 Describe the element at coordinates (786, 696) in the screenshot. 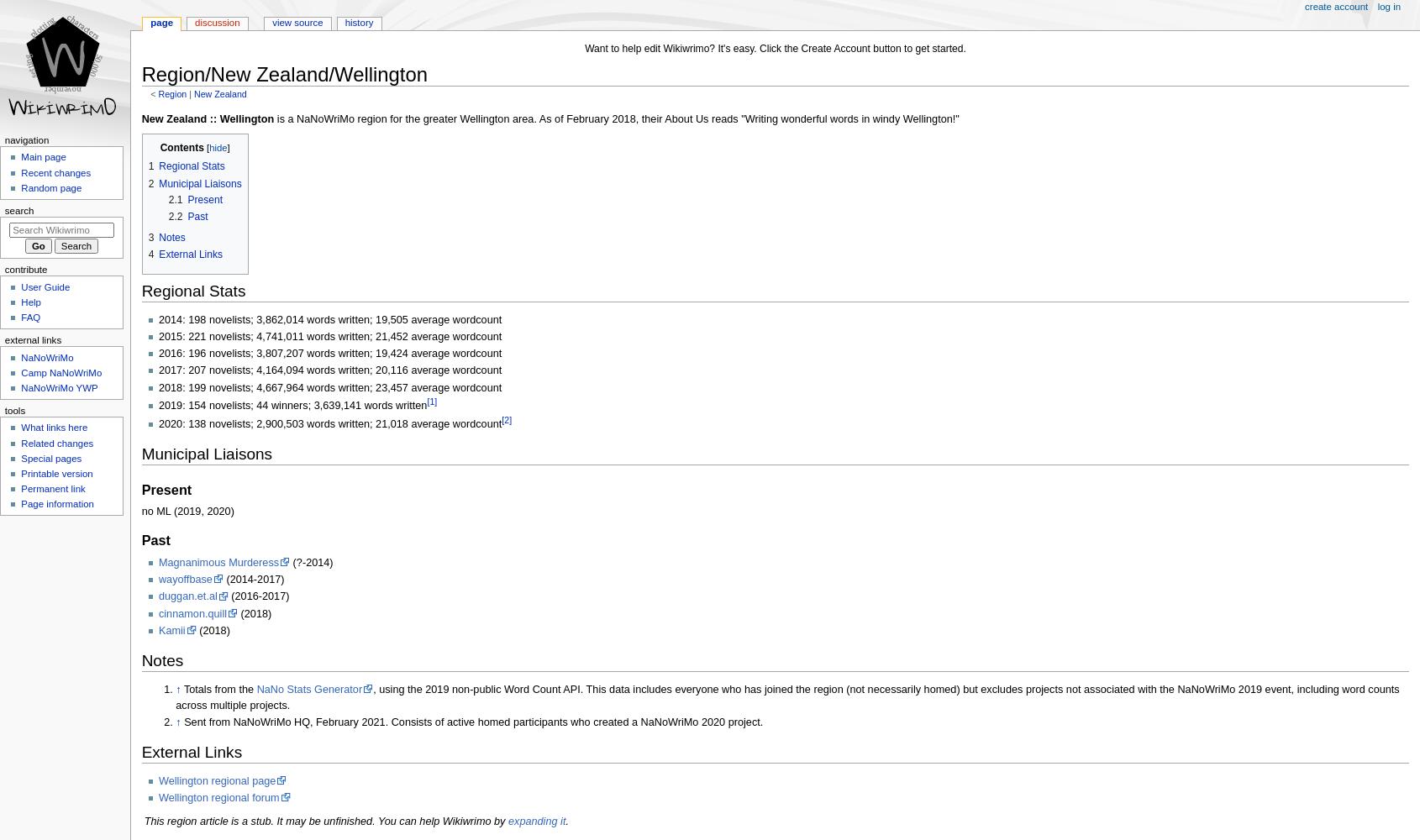

I see `', using the 2019 non-public Word Count API. This data includes everyone who has joined the region (not necessarily homed) but excludes projects not associated with the NaNoWriMo 2019 event, including word counts across multiple projects.'` at that location.